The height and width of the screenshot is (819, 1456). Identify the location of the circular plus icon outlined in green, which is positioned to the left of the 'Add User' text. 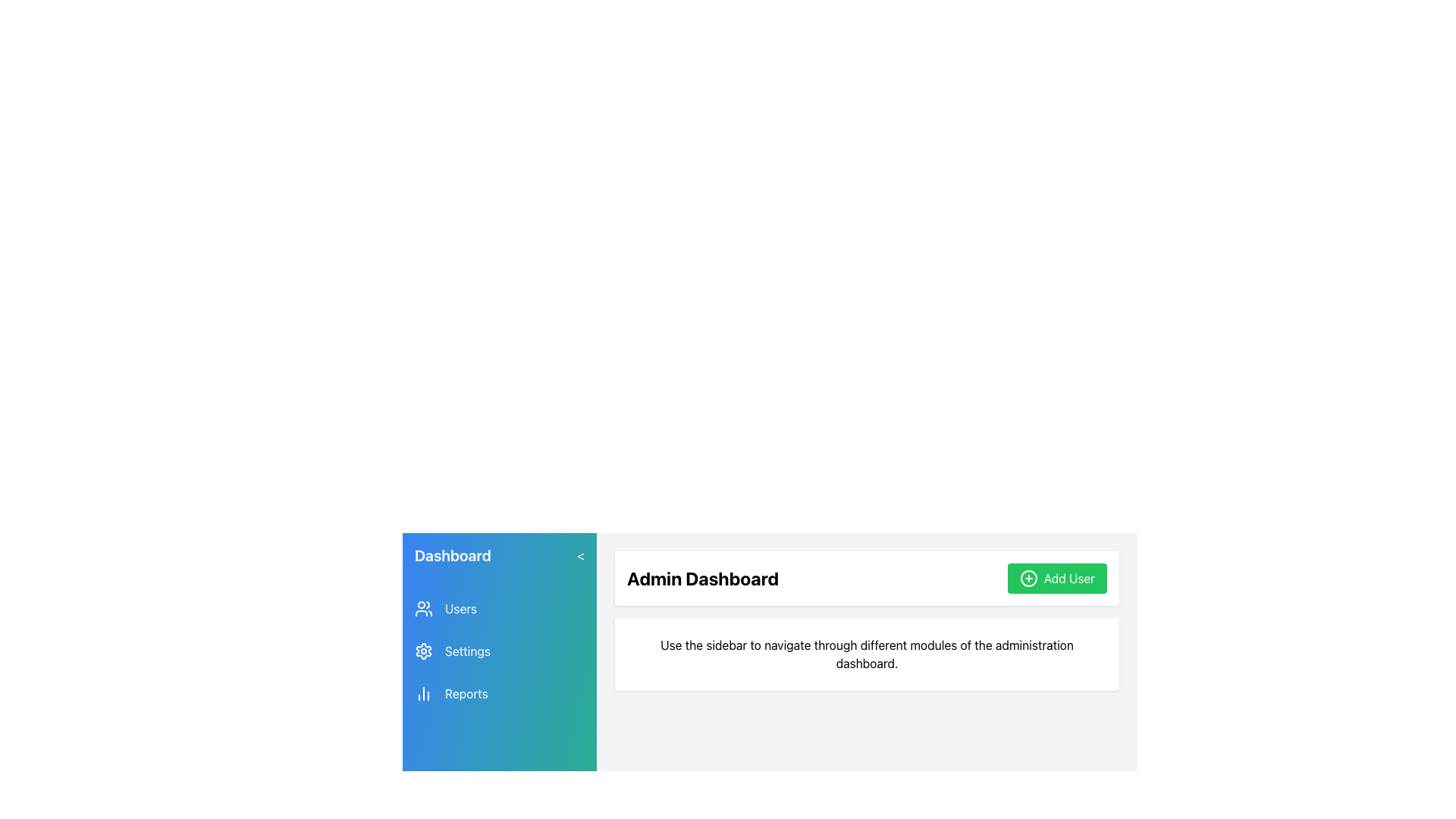
(1028, 579).